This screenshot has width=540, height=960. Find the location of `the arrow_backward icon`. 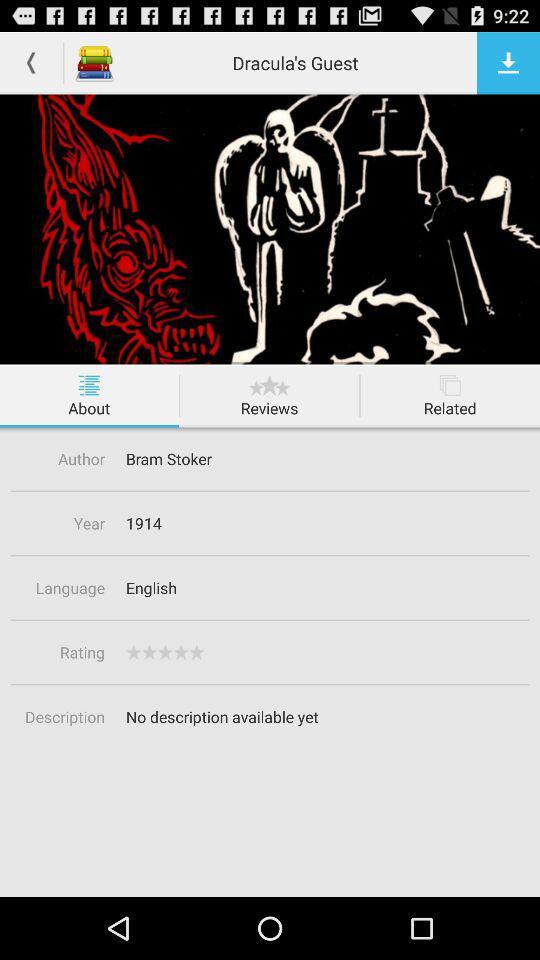

the arrow_backward icon is located at coordinates (30, 67).